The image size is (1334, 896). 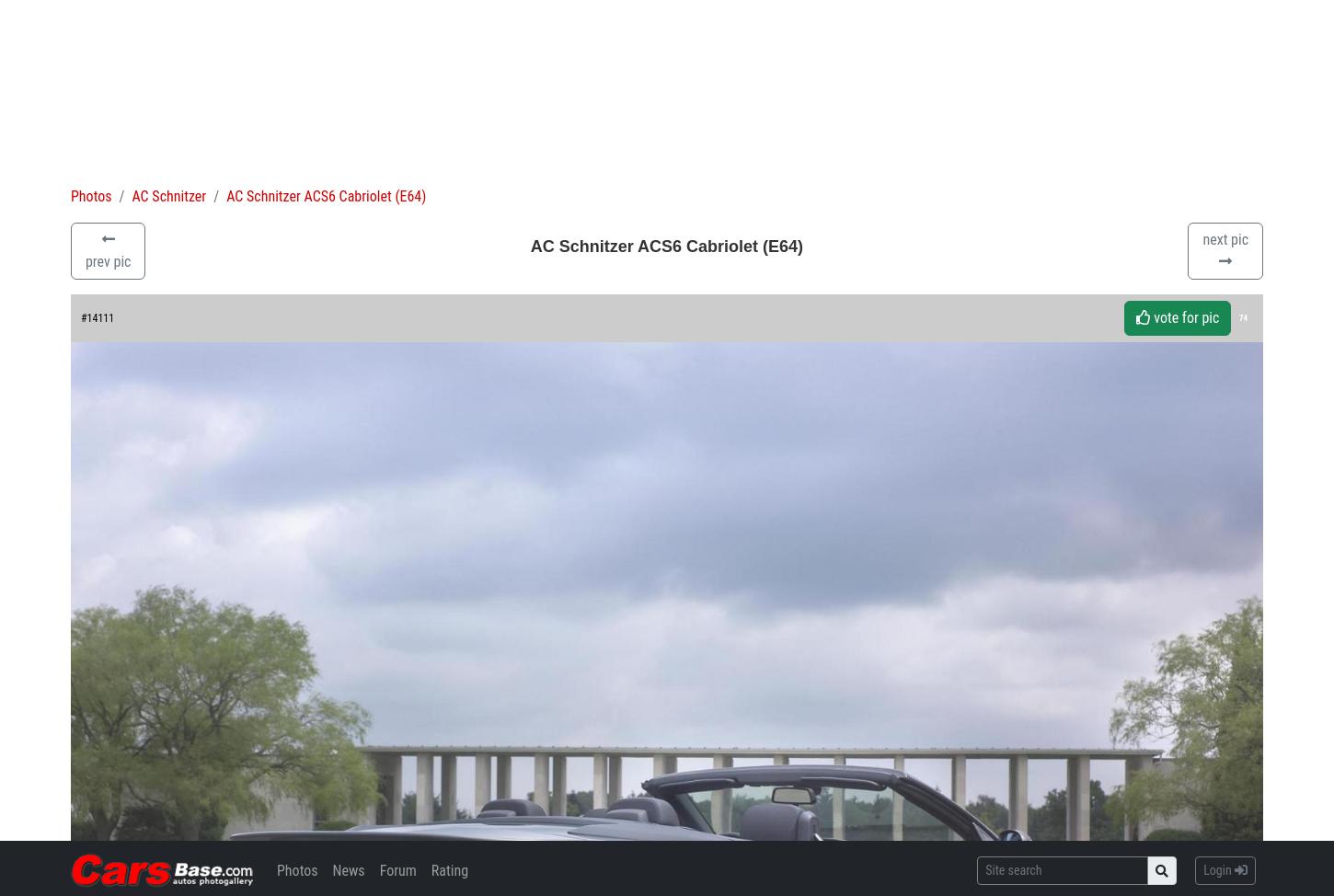 What do you see at coordinates (136, 737) in the screenshot?
I see `'76'` at bounding box center [136, 737].